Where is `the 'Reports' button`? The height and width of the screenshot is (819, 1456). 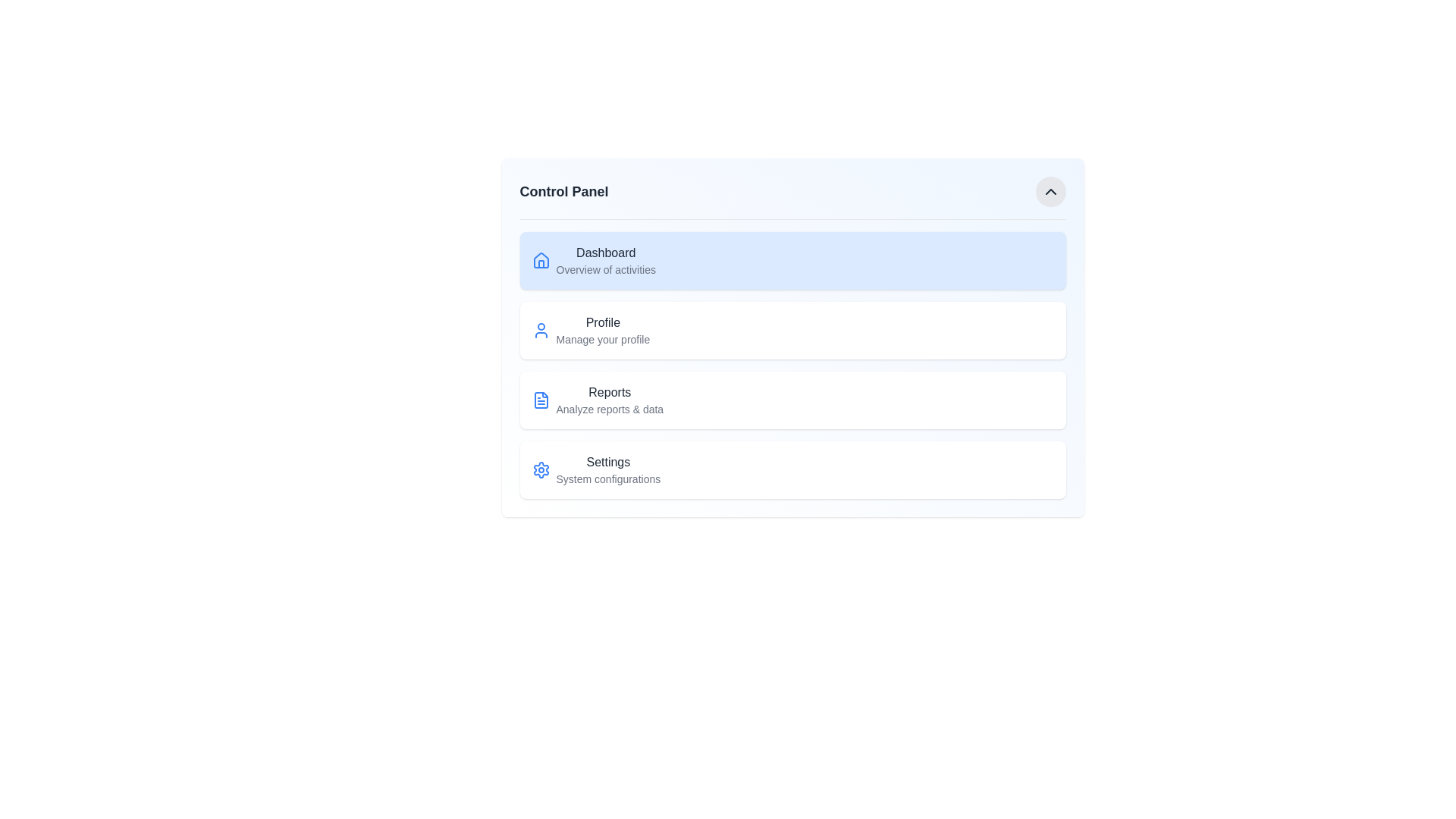 the 'Reports' button is located at coordinates (610, 400).